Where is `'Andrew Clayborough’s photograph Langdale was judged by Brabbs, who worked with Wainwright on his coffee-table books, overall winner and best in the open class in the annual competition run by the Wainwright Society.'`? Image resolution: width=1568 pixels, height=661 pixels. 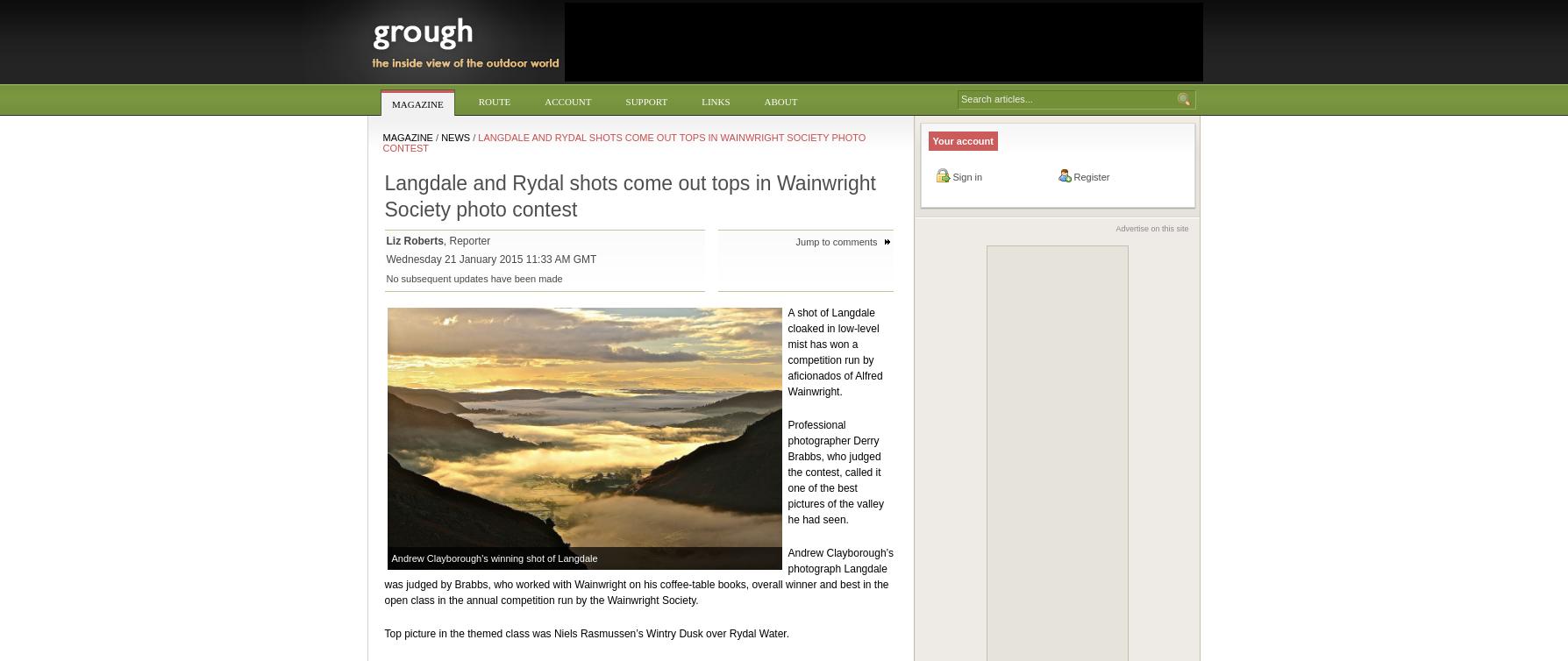 'Andrew Clayborough’s photograph Langdale was judged by Brabbs, who worked with Wainwright on his coffee-table books, overall winner and best in the open class in the annual competition run by the Wainwright Society.' is located at coordinates (383, 576).